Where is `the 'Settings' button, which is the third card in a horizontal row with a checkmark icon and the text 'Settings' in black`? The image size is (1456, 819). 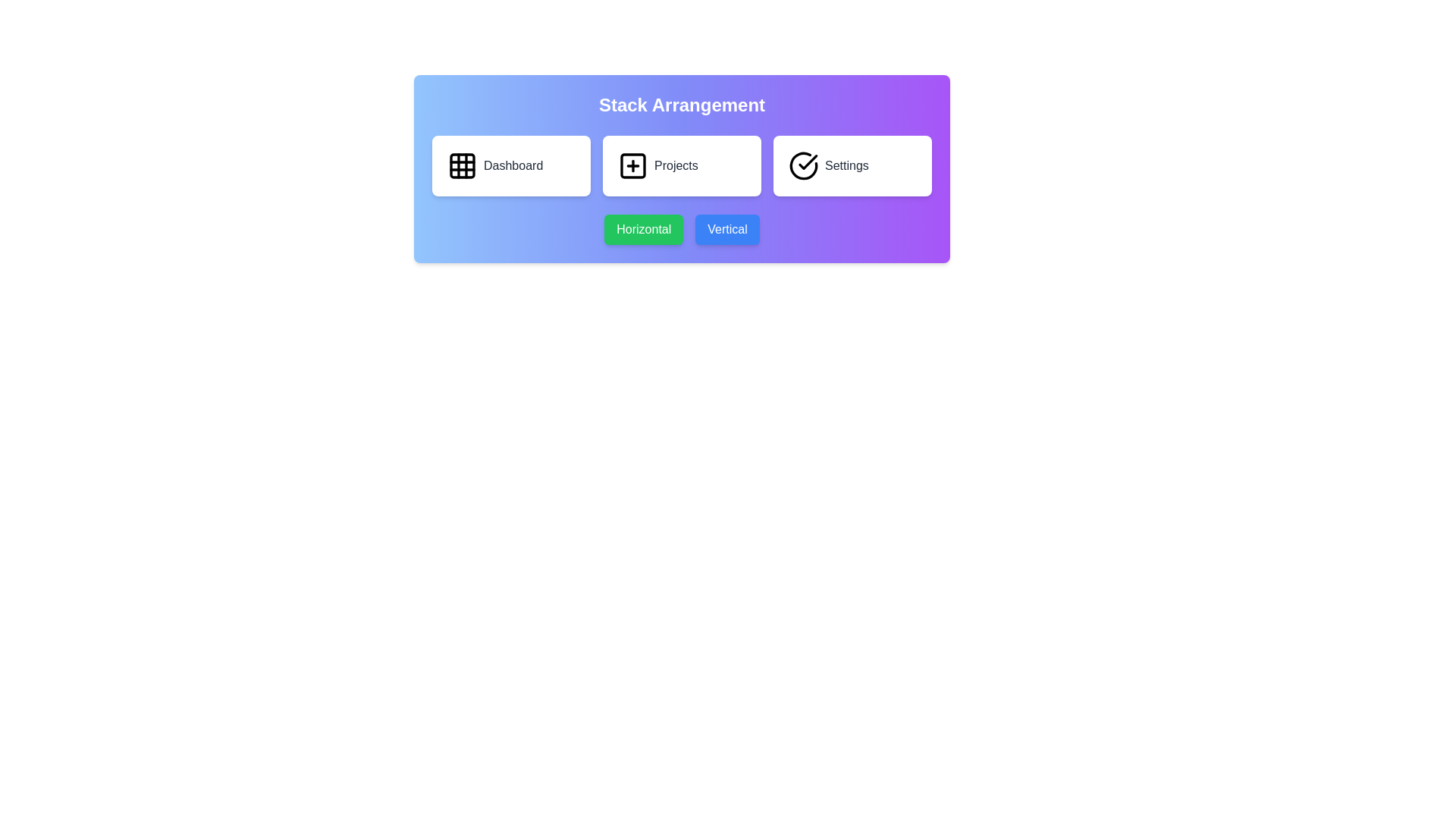
the 'Settings' button, which is the third card in a horizontal row with a checkmark icon and the text 'Settings' in black is located at coordinates (852, 166).